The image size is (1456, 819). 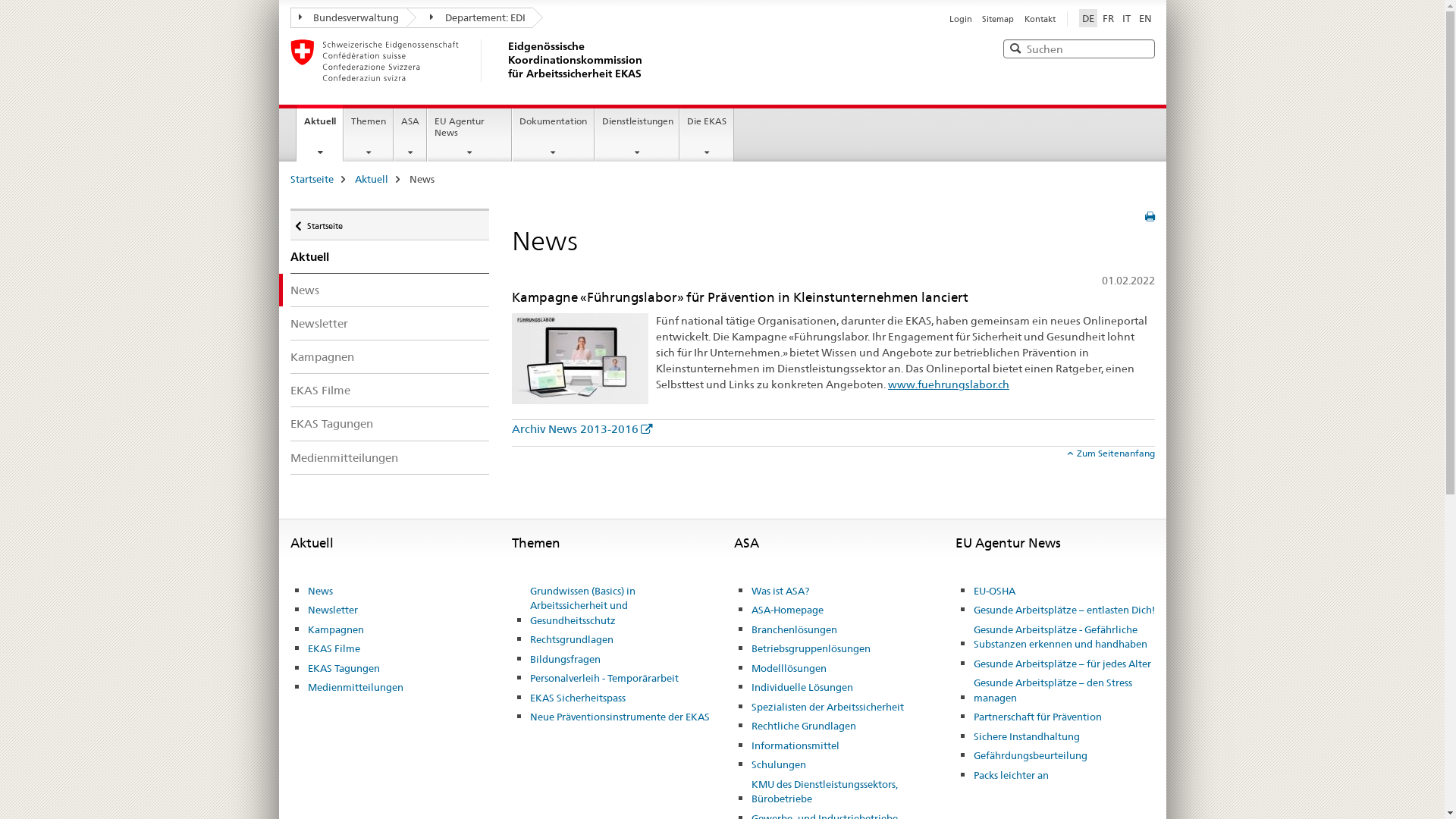 I want to click on 'EKAS Filme', so click(x=389, y=389).